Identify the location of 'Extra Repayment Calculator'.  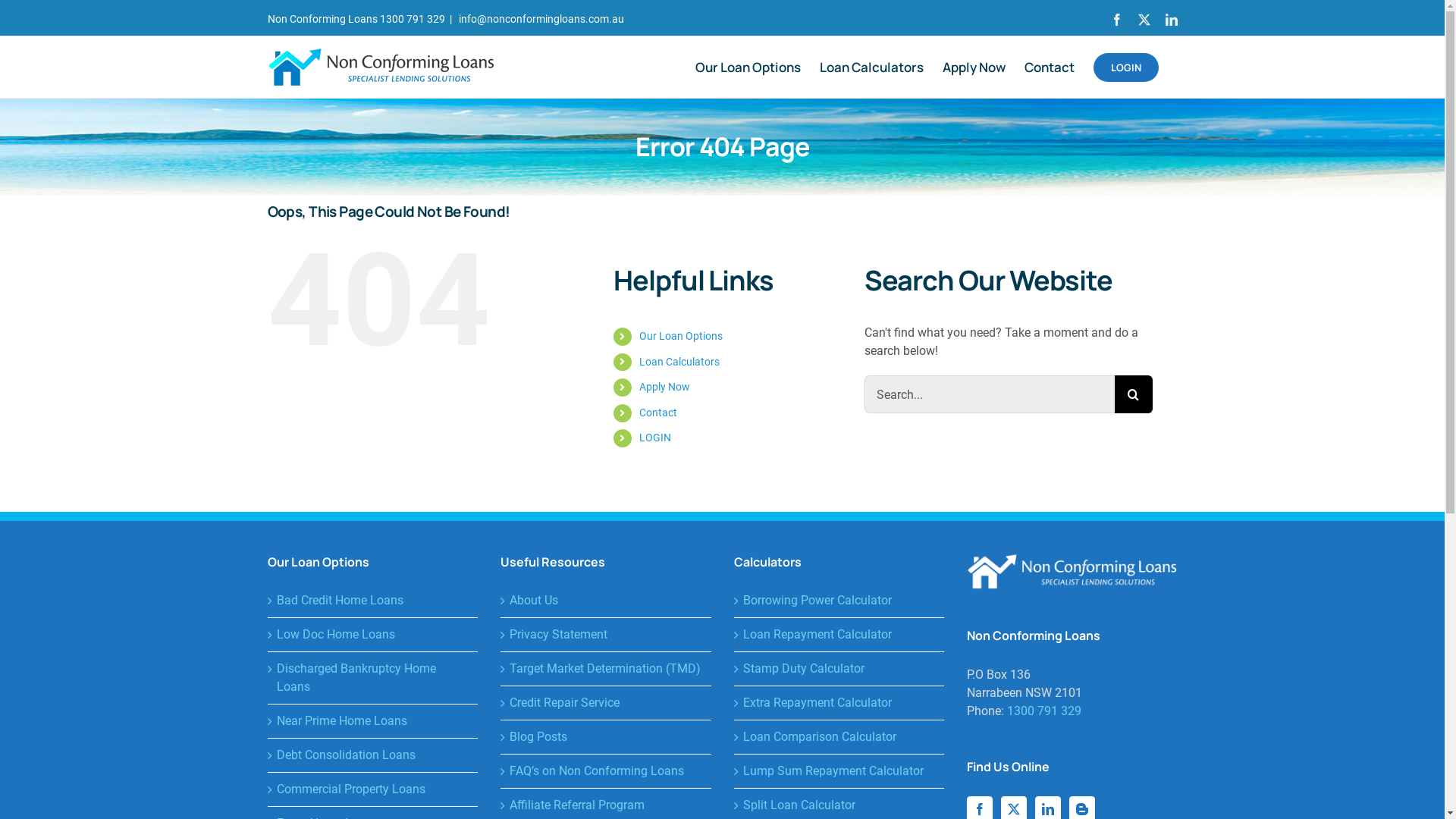
(839, 702).